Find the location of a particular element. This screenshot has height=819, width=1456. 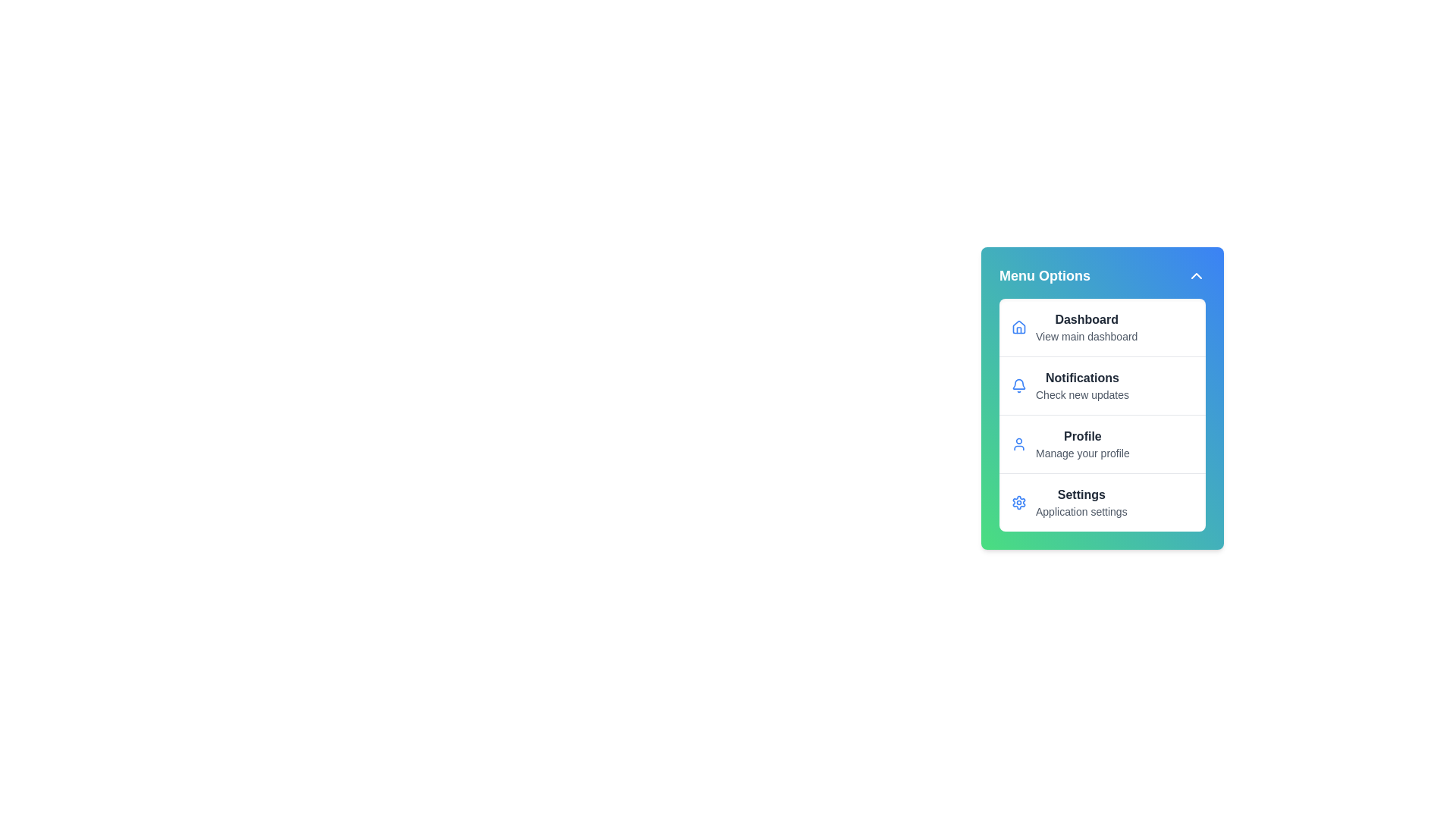

the menu item Notifications is located at coordinates (1103, 384).